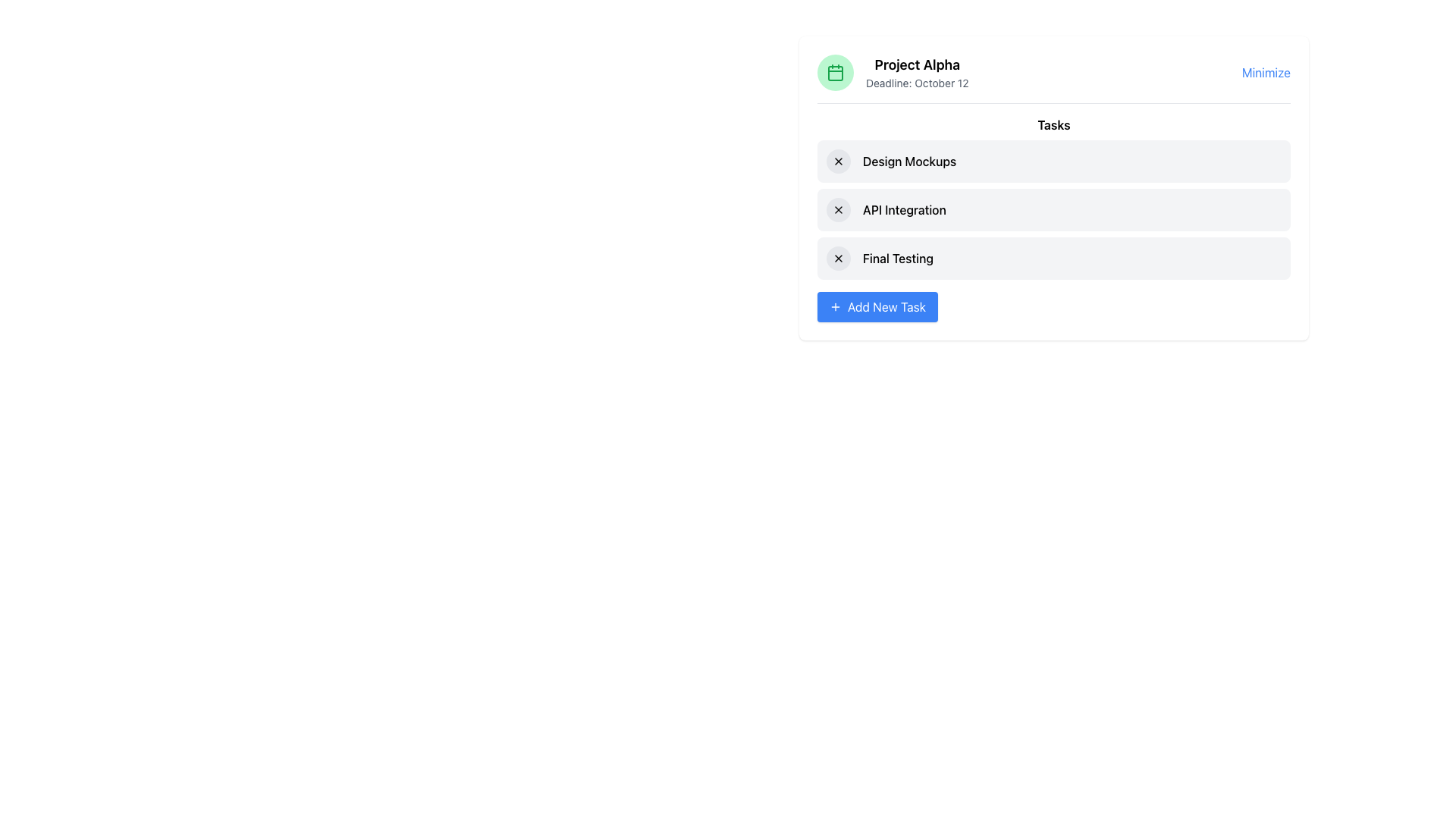 This screenshot has height=819, width=1456. What do you see at coordinates (837, 161) in the screenshot?
I see `the circular button with a light gray background and a black 'X' icon, located to the left of the 'Design Mockups' task item` at bounding box center [837, 161].